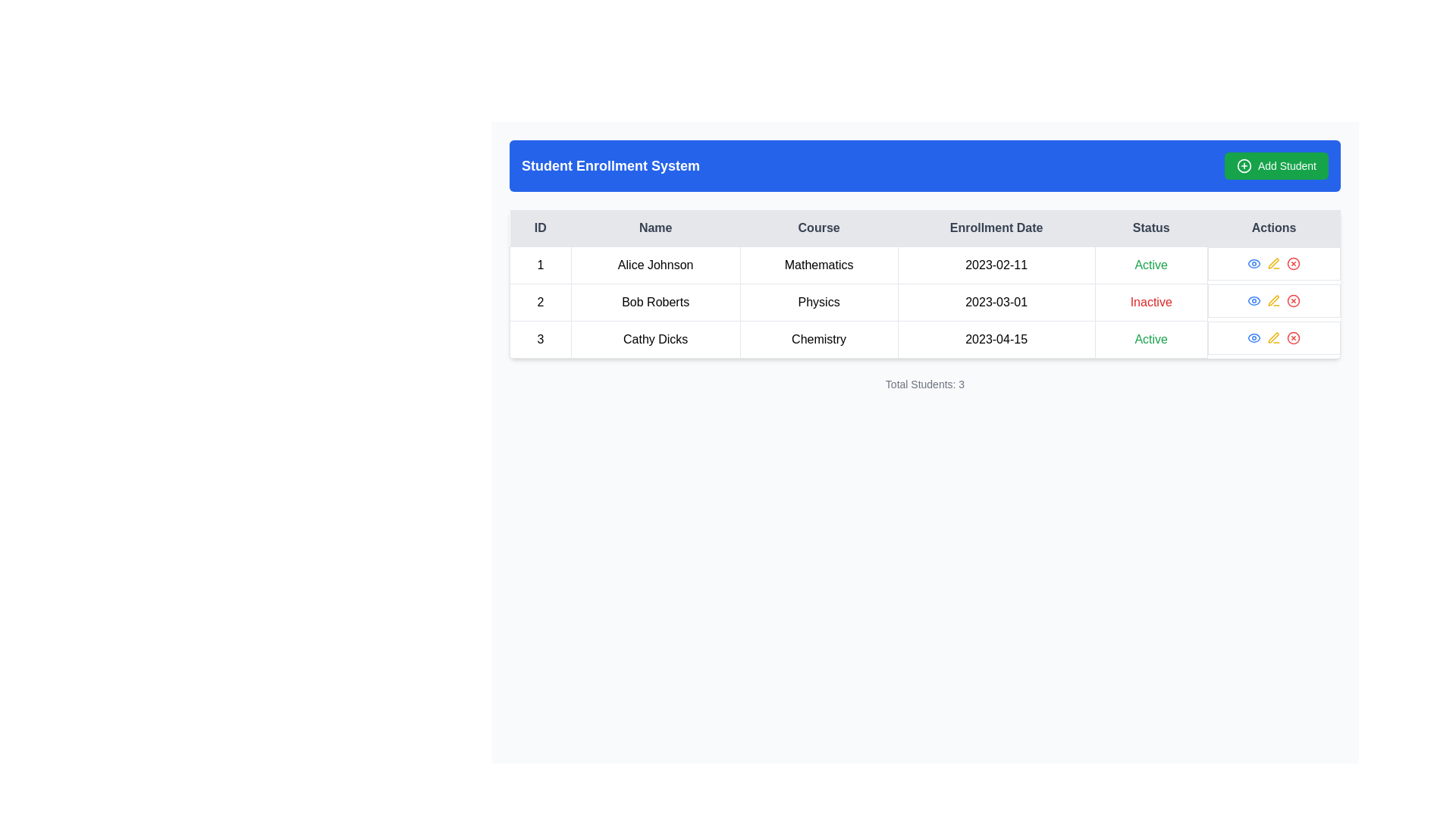  I want to click on the delete button in the 'Actions' column of the last row associated with user 'Cathy Dicks' to change its shade, so click(1293, 337).